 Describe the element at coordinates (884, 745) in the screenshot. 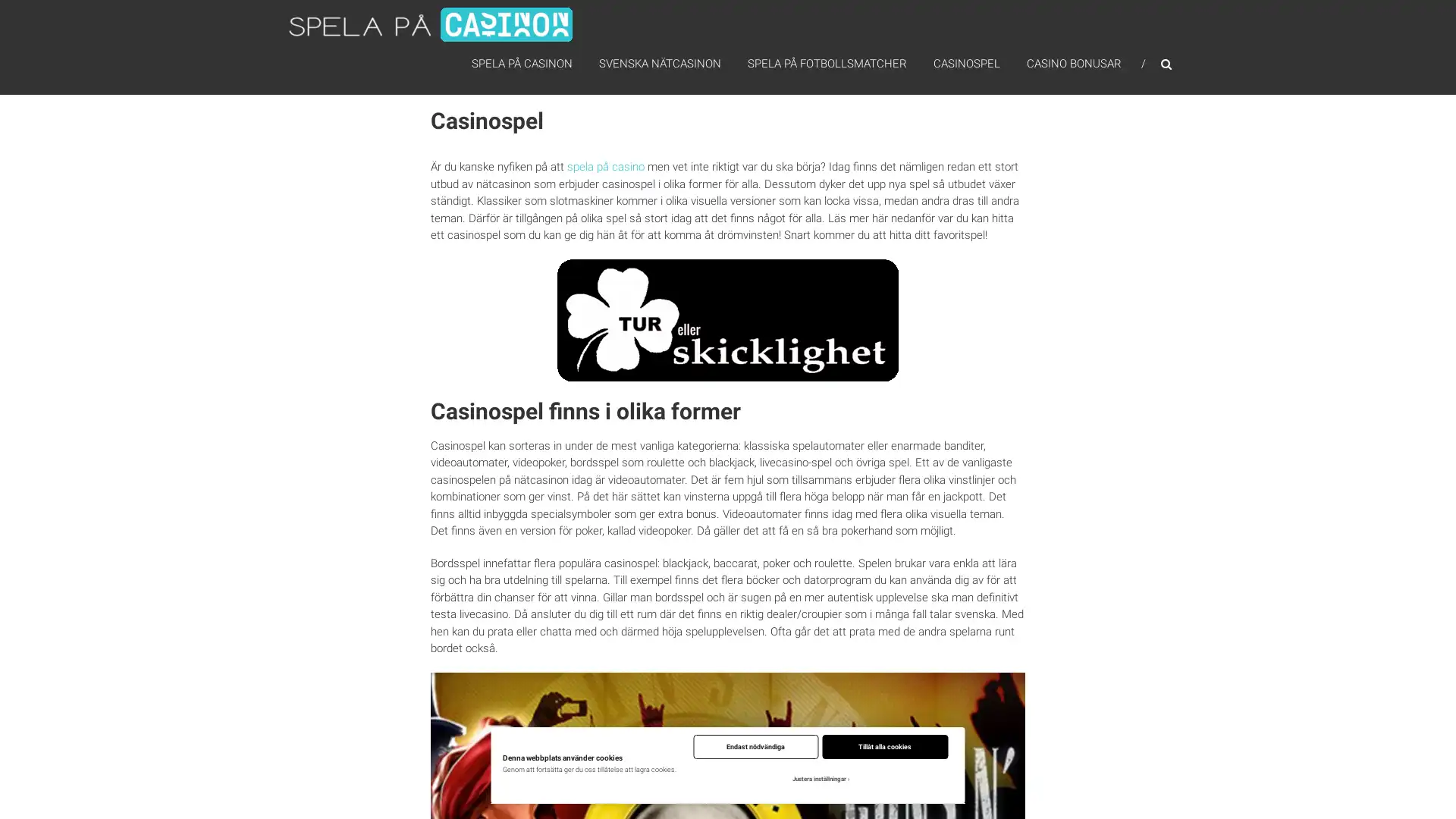

I see `Tillat alla cookies` at that location.